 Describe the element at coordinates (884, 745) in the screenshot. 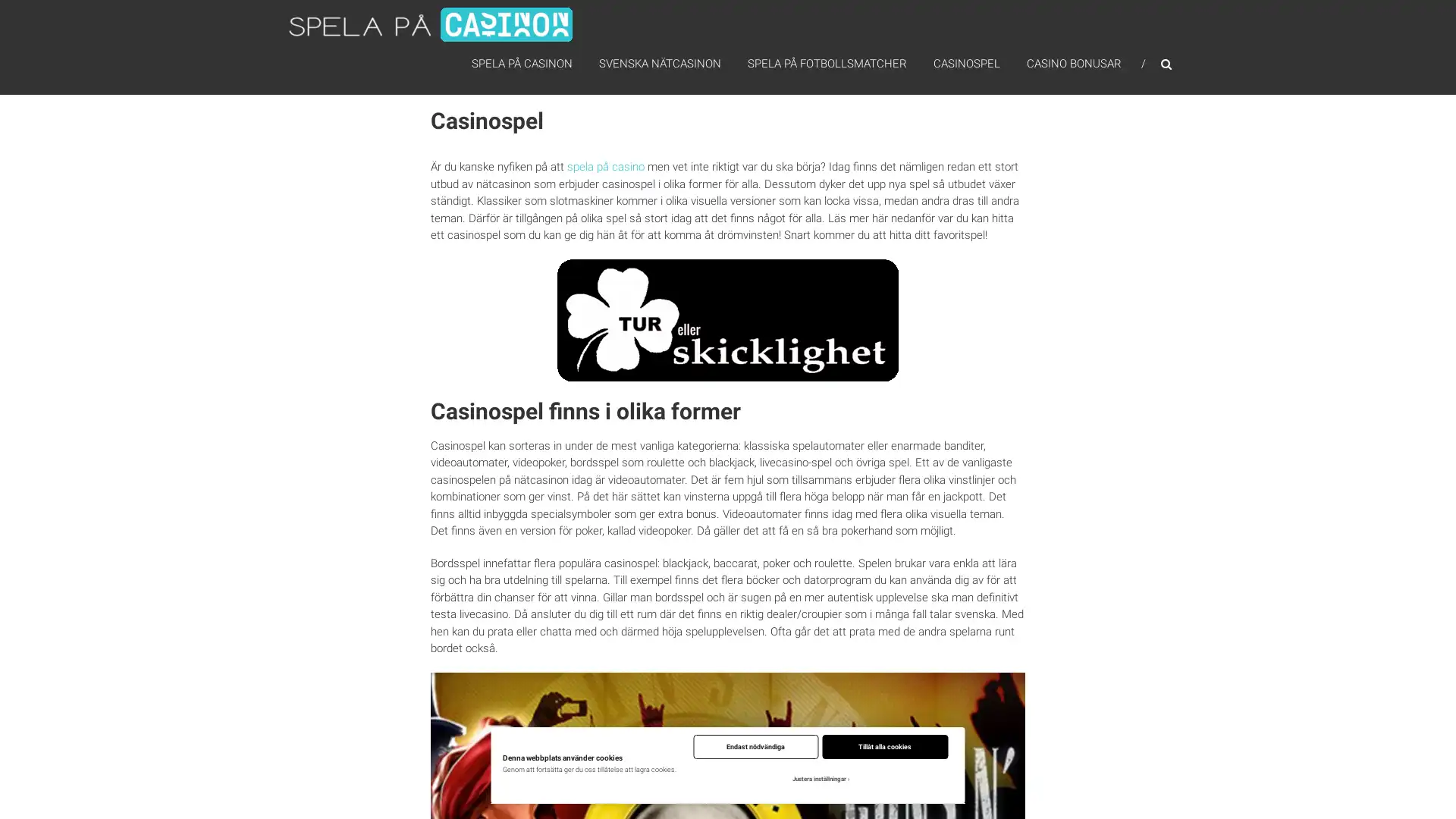

I see `Tillat alla cookies` at that location.